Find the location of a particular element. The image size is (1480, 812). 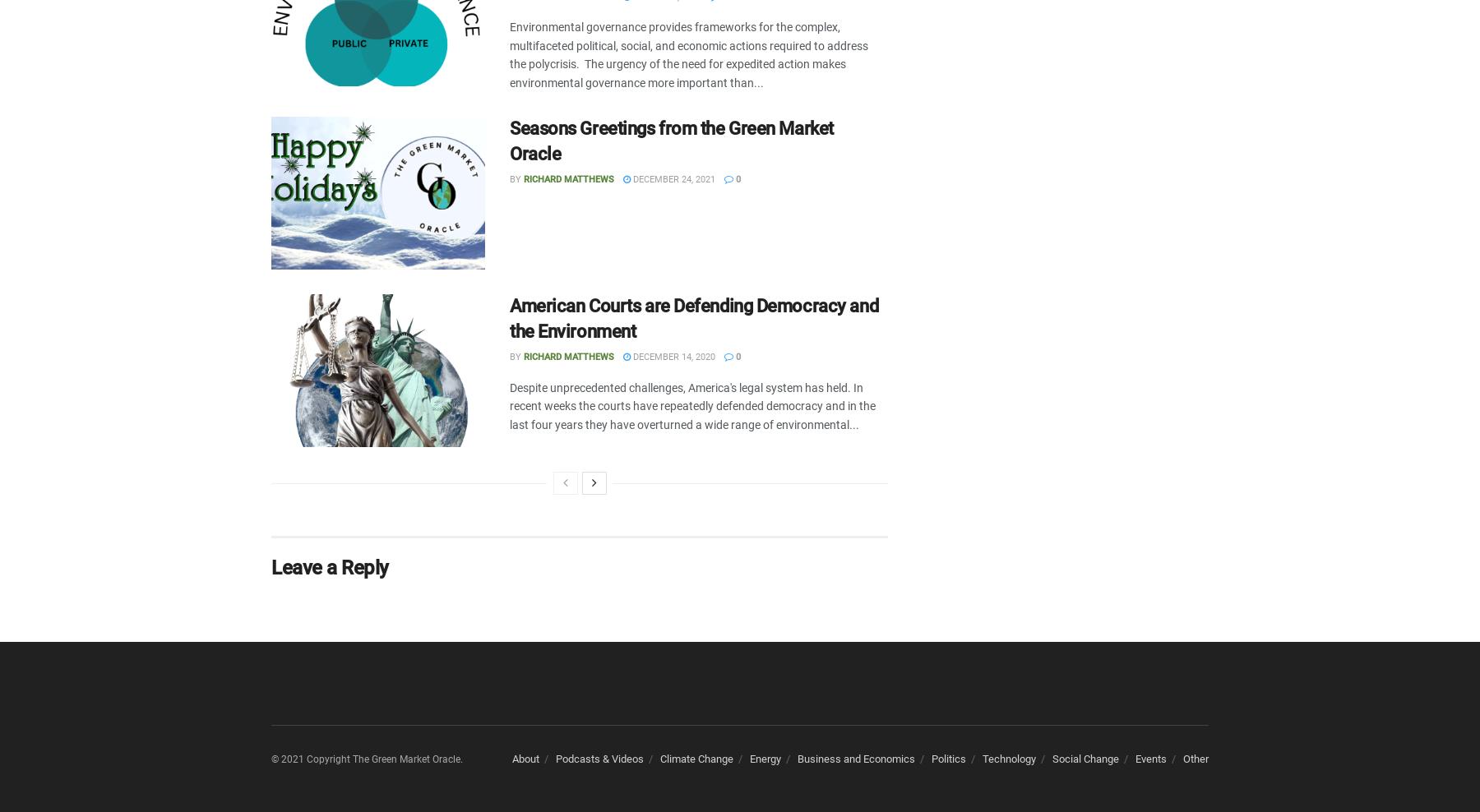

'December 24, 2021' is located at coordinates (629, 179).